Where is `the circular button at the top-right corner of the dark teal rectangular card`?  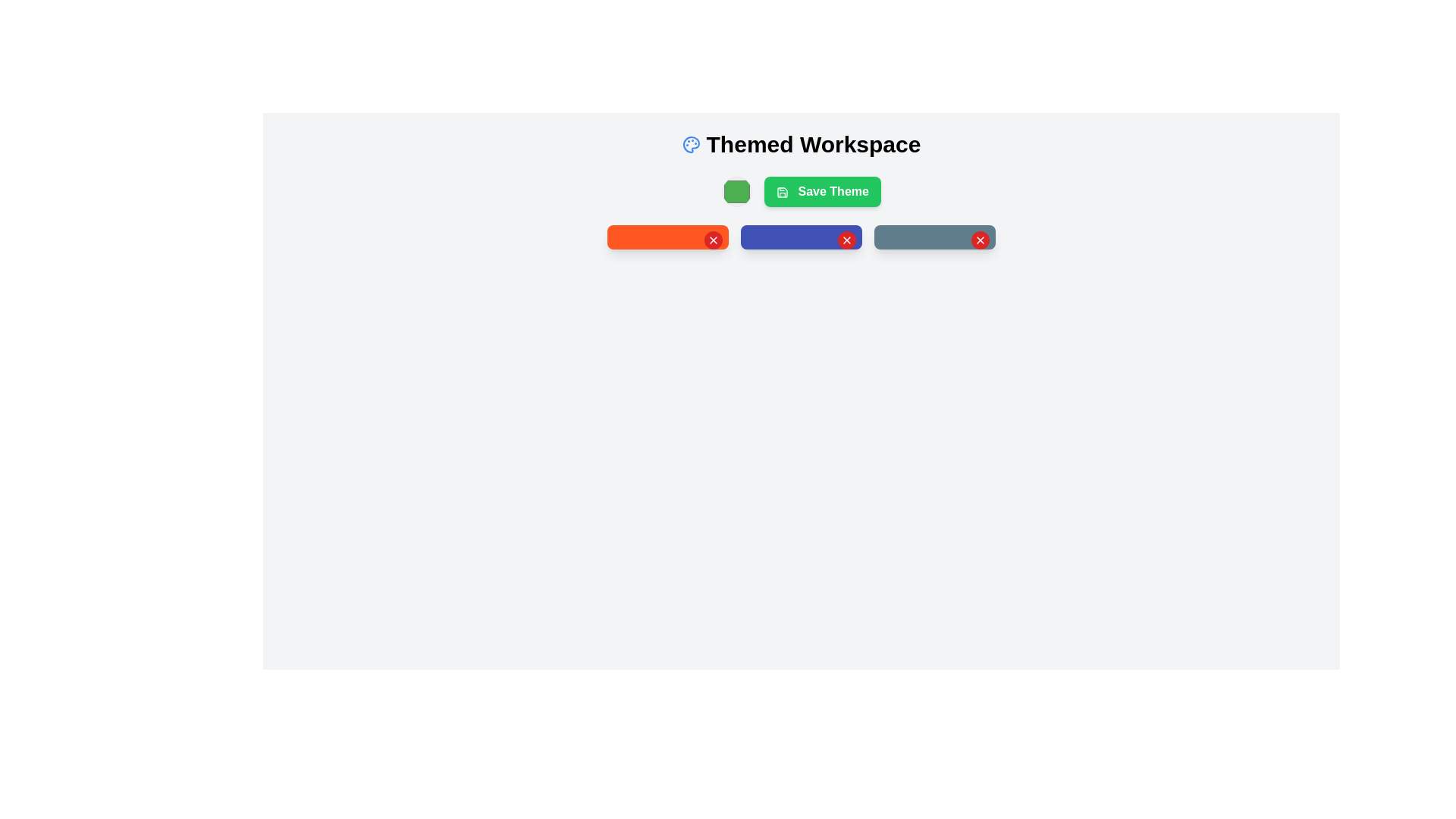
the circular button at the top-right corner of the dark teal rectangular card is located at coordinates (980, 239).